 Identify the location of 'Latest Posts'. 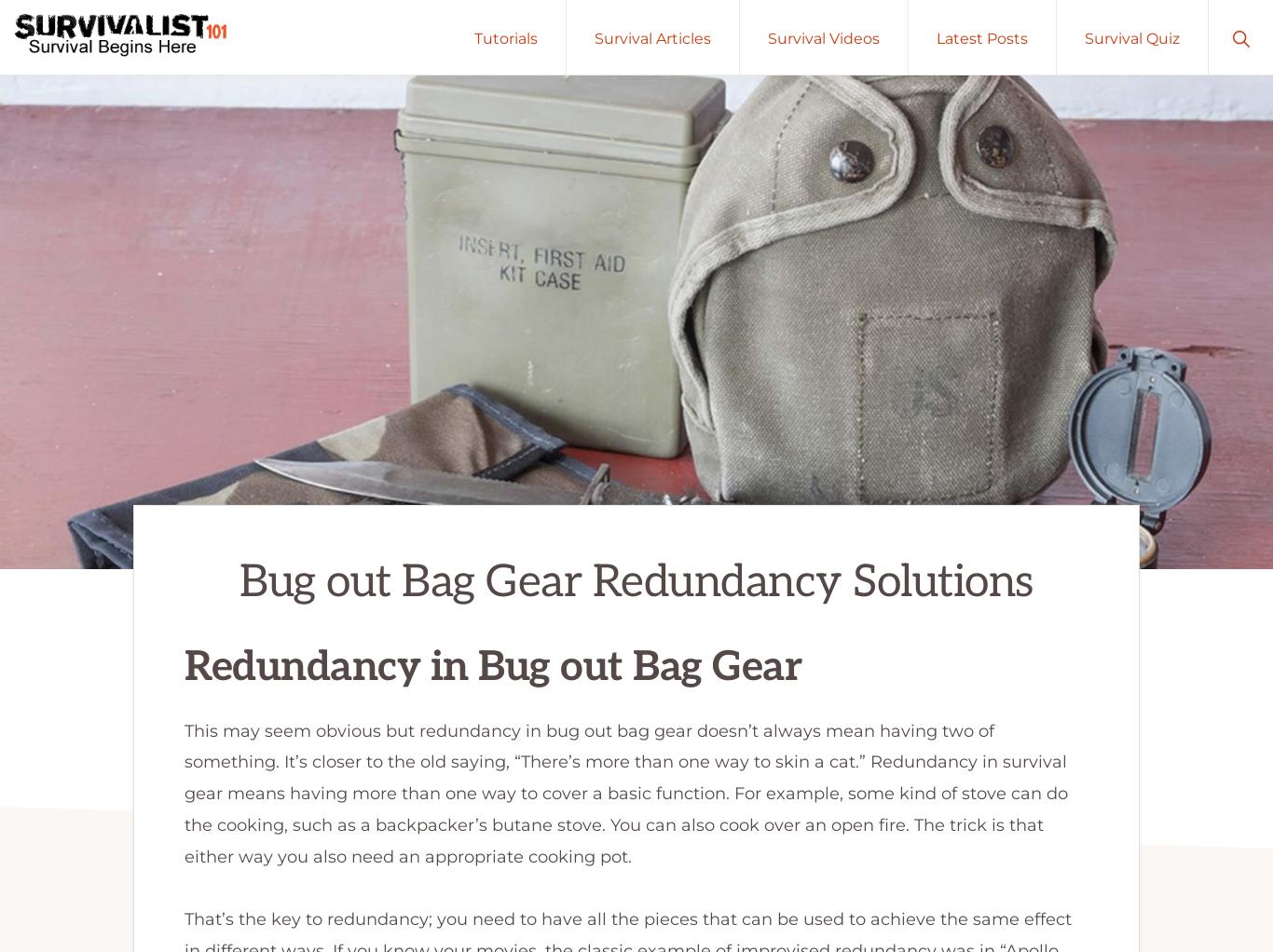
(936, 38).